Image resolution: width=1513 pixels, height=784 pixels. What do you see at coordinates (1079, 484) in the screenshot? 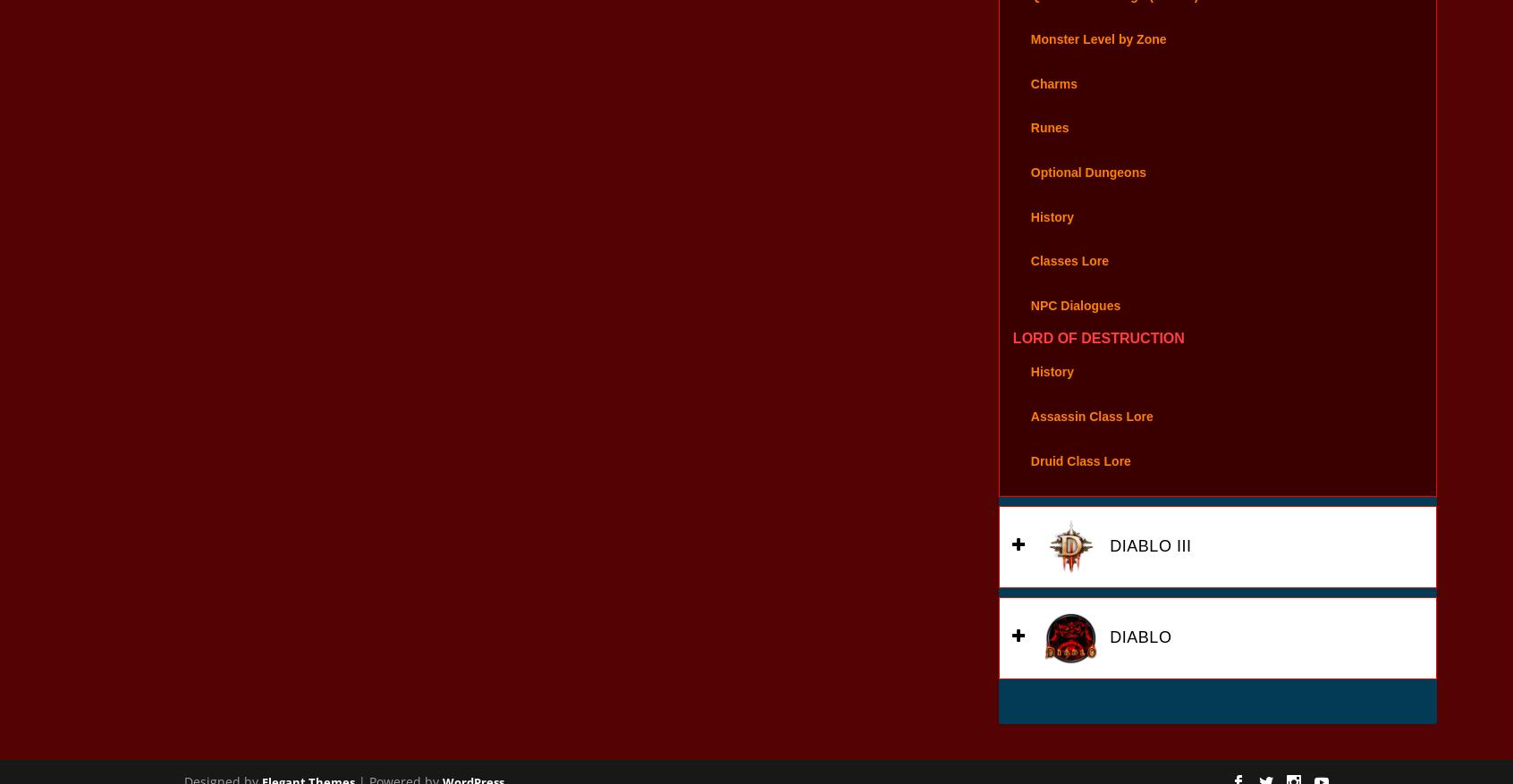
I see `'Druid Class Lore'` at bounding box center [1079, 484].